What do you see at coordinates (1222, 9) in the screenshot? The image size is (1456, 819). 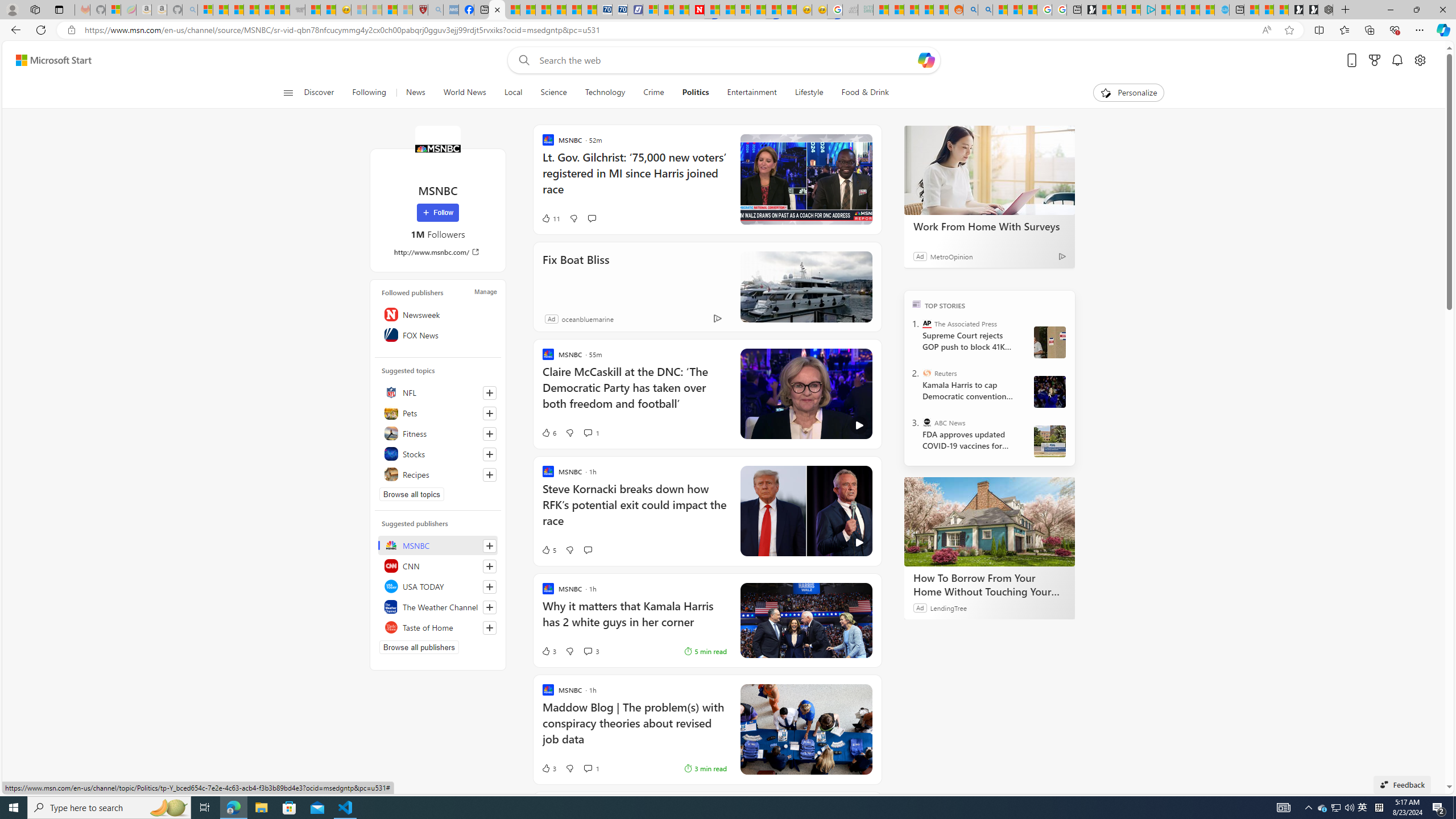 I see `'Home | Sky Blue Bikes - Sky Blue Bikes'` at bounding box center [1222, 9].